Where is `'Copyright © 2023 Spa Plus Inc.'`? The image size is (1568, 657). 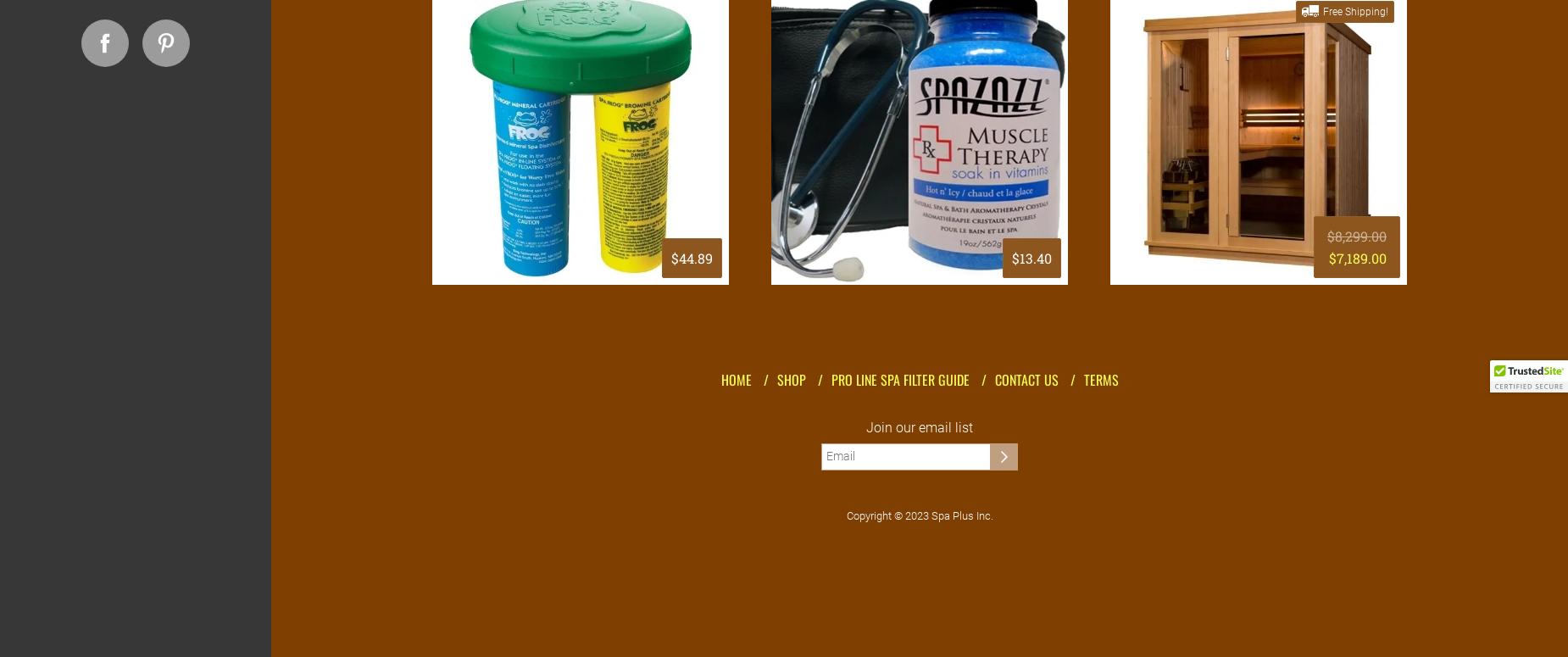
'Copyright © 2023 Spa Plus Inc.' is located at coordinates (918, 515).